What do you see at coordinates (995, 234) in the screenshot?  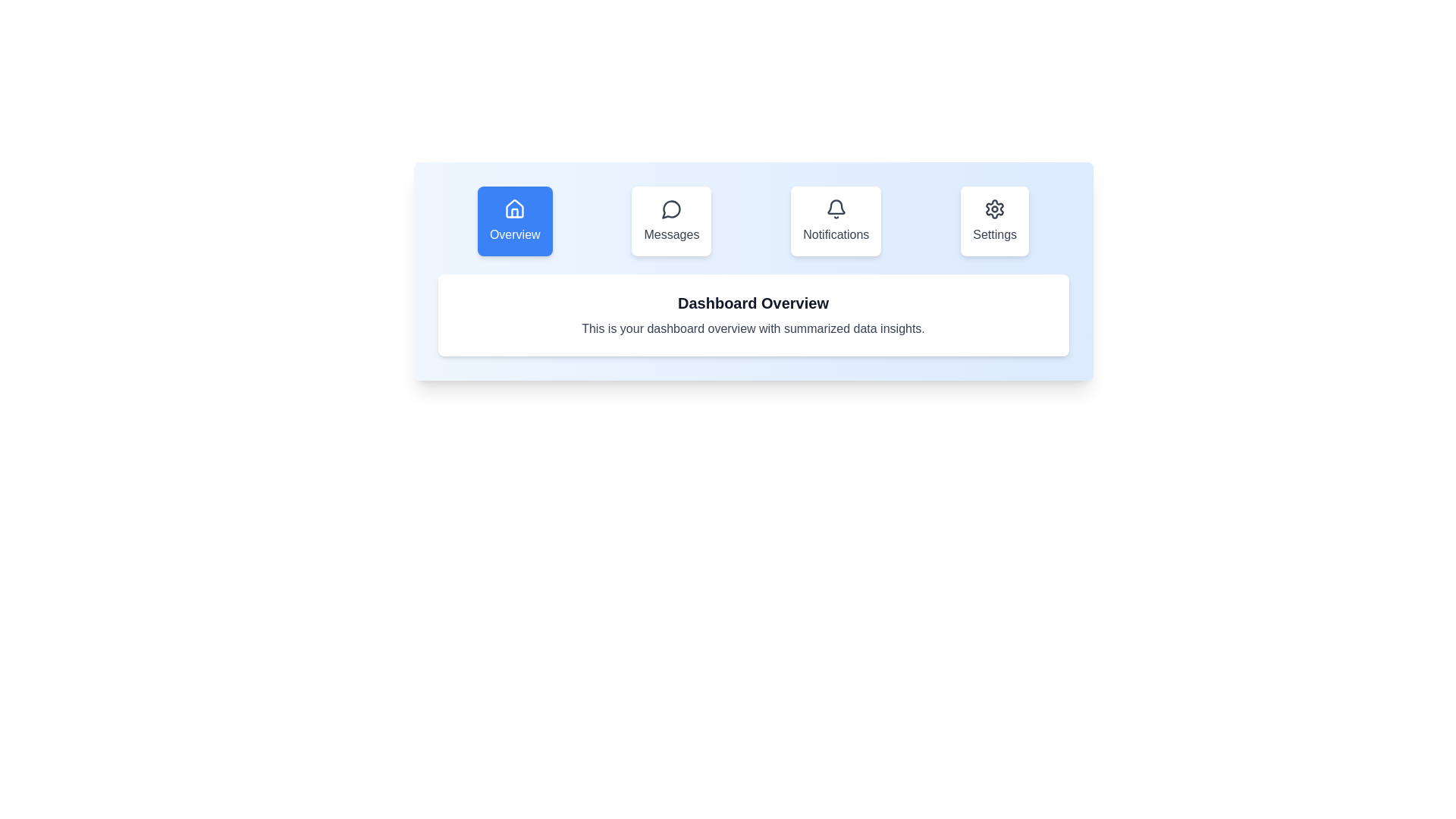 I see `the 'Settings' text label located within the lower portion of the settings card, which is positioned on the rightmost side of a grouping of four vertically-aligned cards` at bounding box center [995, 234].